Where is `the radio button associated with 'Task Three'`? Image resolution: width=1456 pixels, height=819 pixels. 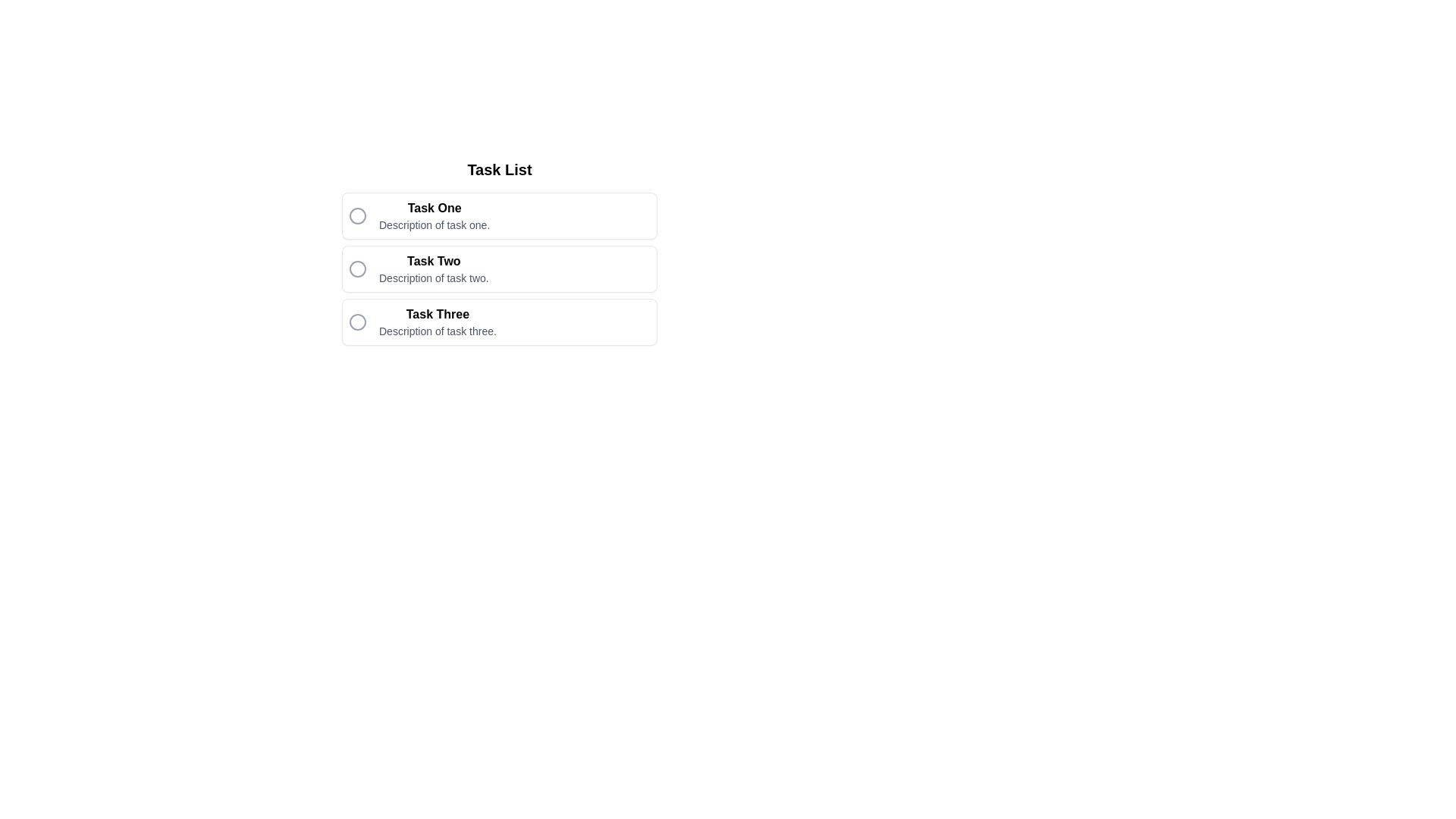
the radio button associated with 'Task Three' is located at coordinates (499, 321).